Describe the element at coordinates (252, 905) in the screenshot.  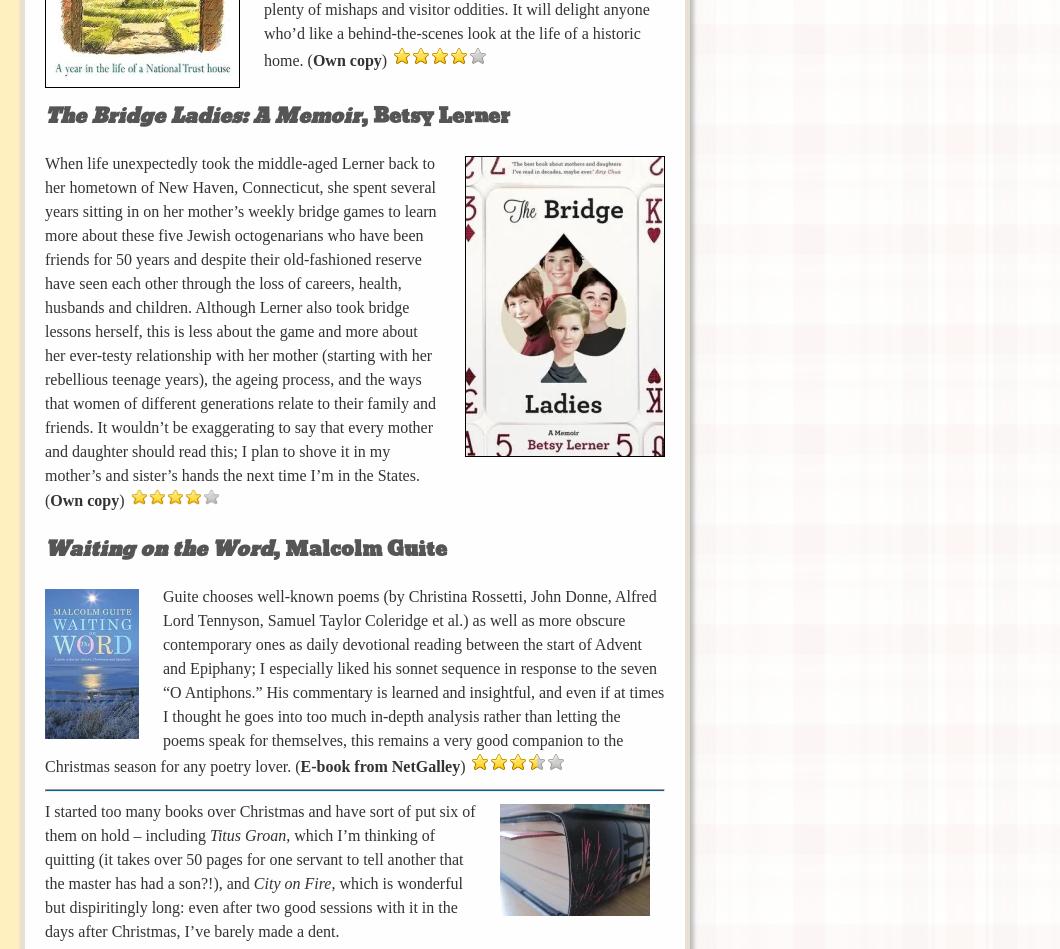
I see `', which is wonderful but dispiritingly long: even after two good sessions with it in the days after Christmas, I’ve barely made a dent.'` at that location.